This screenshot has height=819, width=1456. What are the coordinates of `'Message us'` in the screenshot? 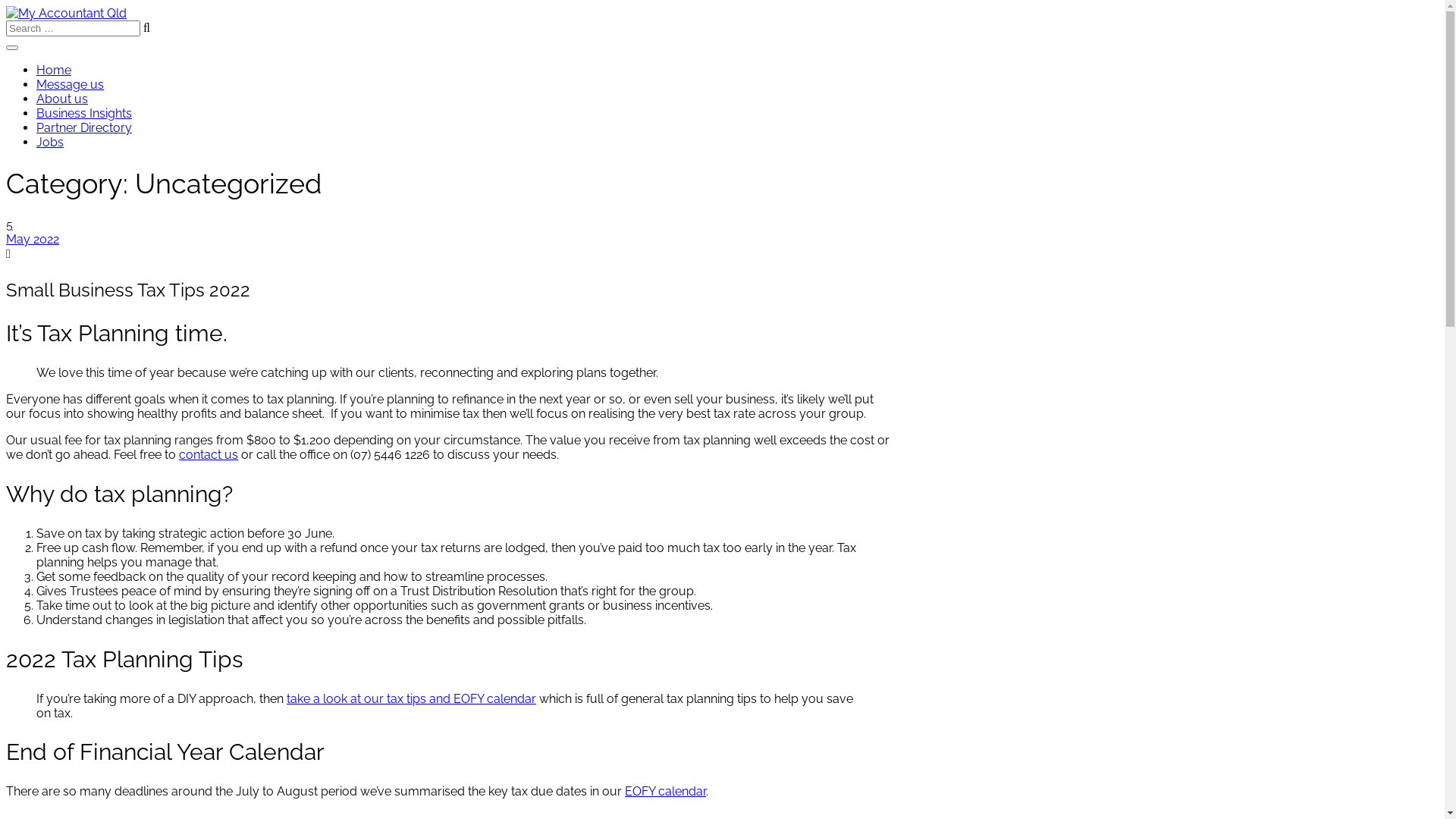 It's located at (69, 84).